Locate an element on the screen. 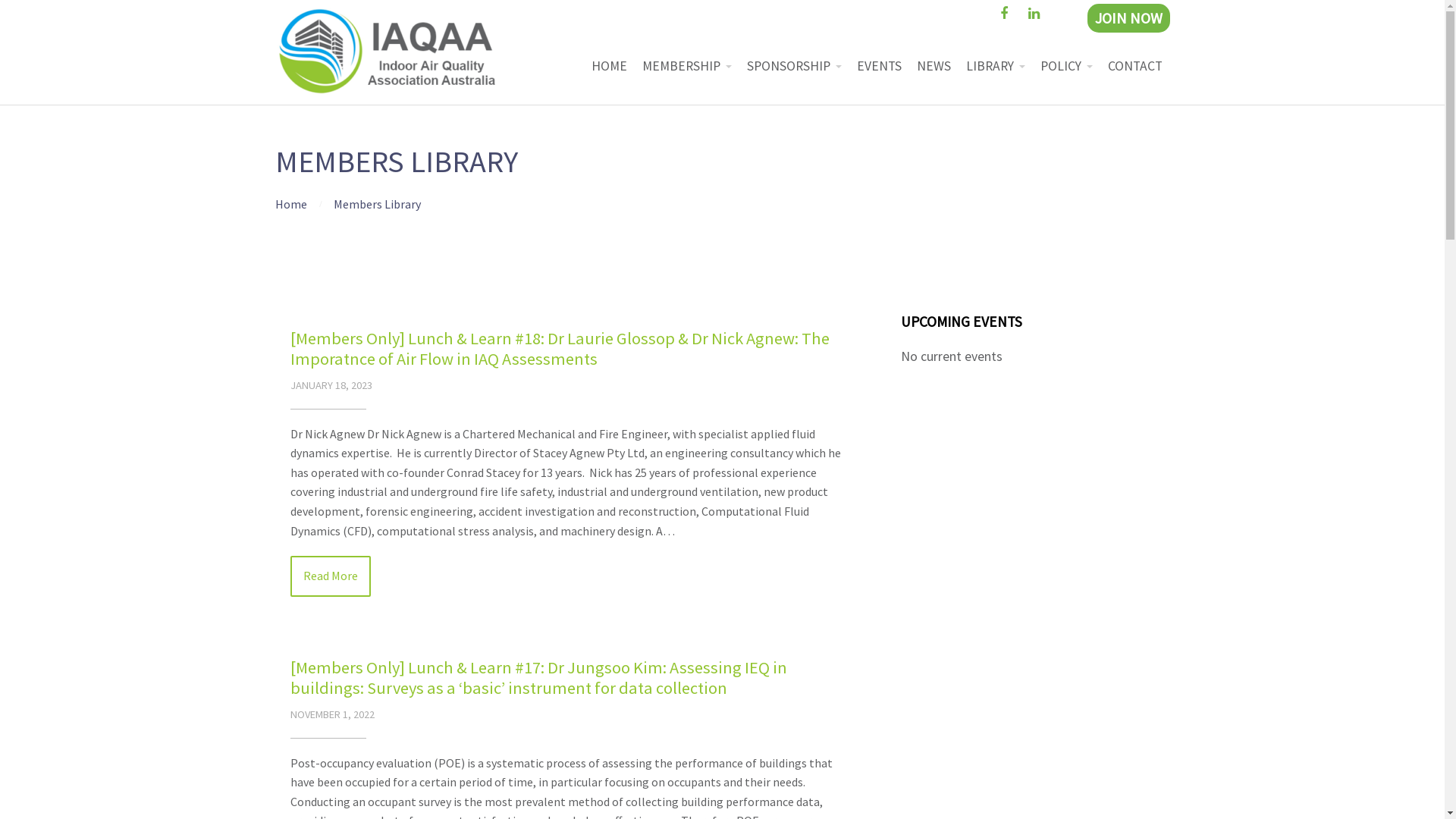 The width and height of the screenshot is (1456, 819). 'POLICY' is located at coordinates (1065, 65).